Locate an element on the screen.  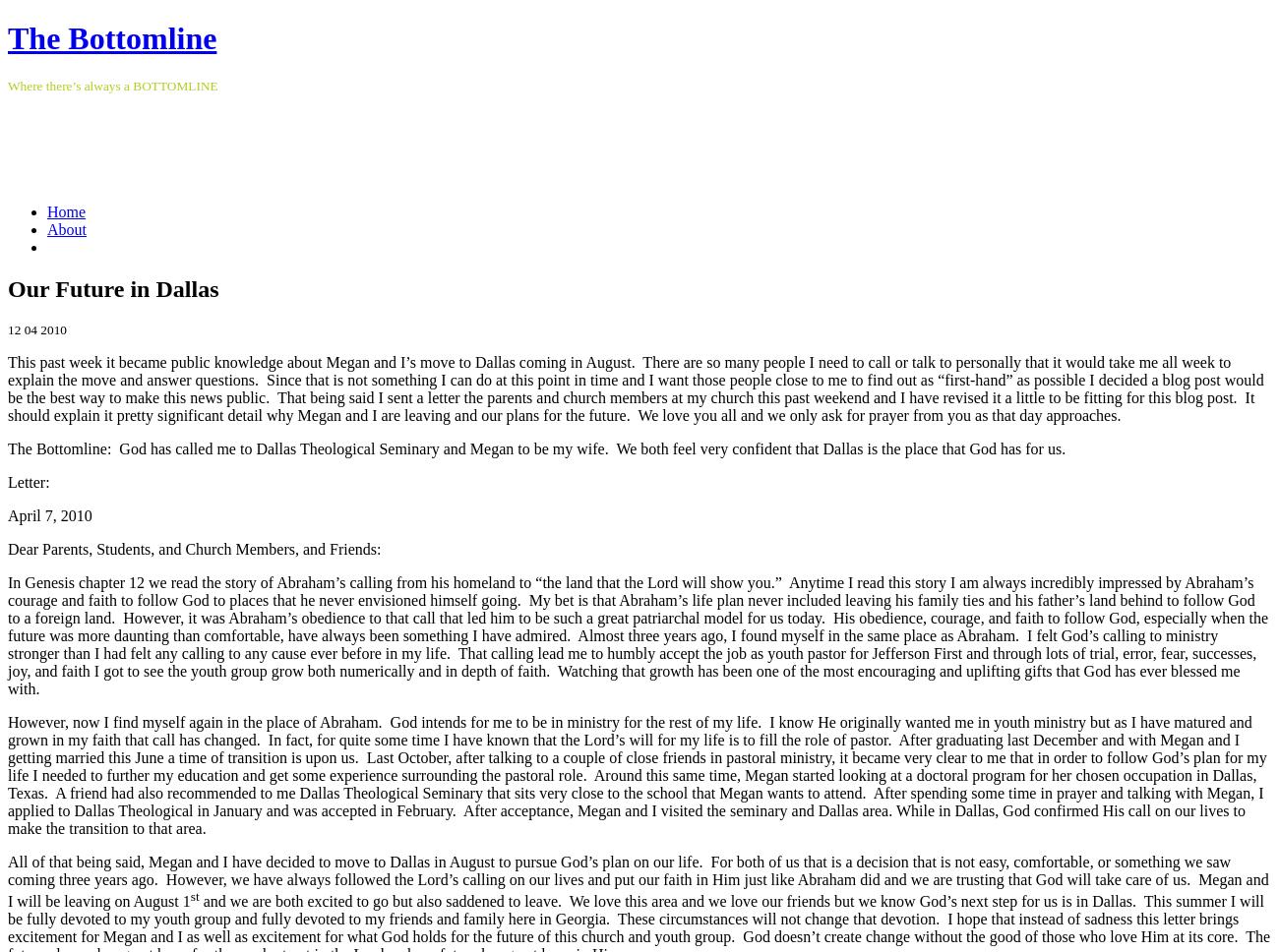
'This past week it became public knowledge about Megan and I’s move to Dallas coming in August.  There are so many people I need to call or talk to personally that it would take me all week to explain the move and answer questions.  Since that is not something I can do at this point in time and I want those people close to me to find out as “first-hand” as possible I decided a blog post would be the best way to make this news public.  That being said I sent a letter the parents and church members at my church this past weekend and I have revised it a little to be fitting for this blog post.  It should explain it pretty significant detail why Megan and I are leaving and our plans for the future.  We love you all and we only ask for prayer from you as that day approaches.' is located at coordinates (7, 387).